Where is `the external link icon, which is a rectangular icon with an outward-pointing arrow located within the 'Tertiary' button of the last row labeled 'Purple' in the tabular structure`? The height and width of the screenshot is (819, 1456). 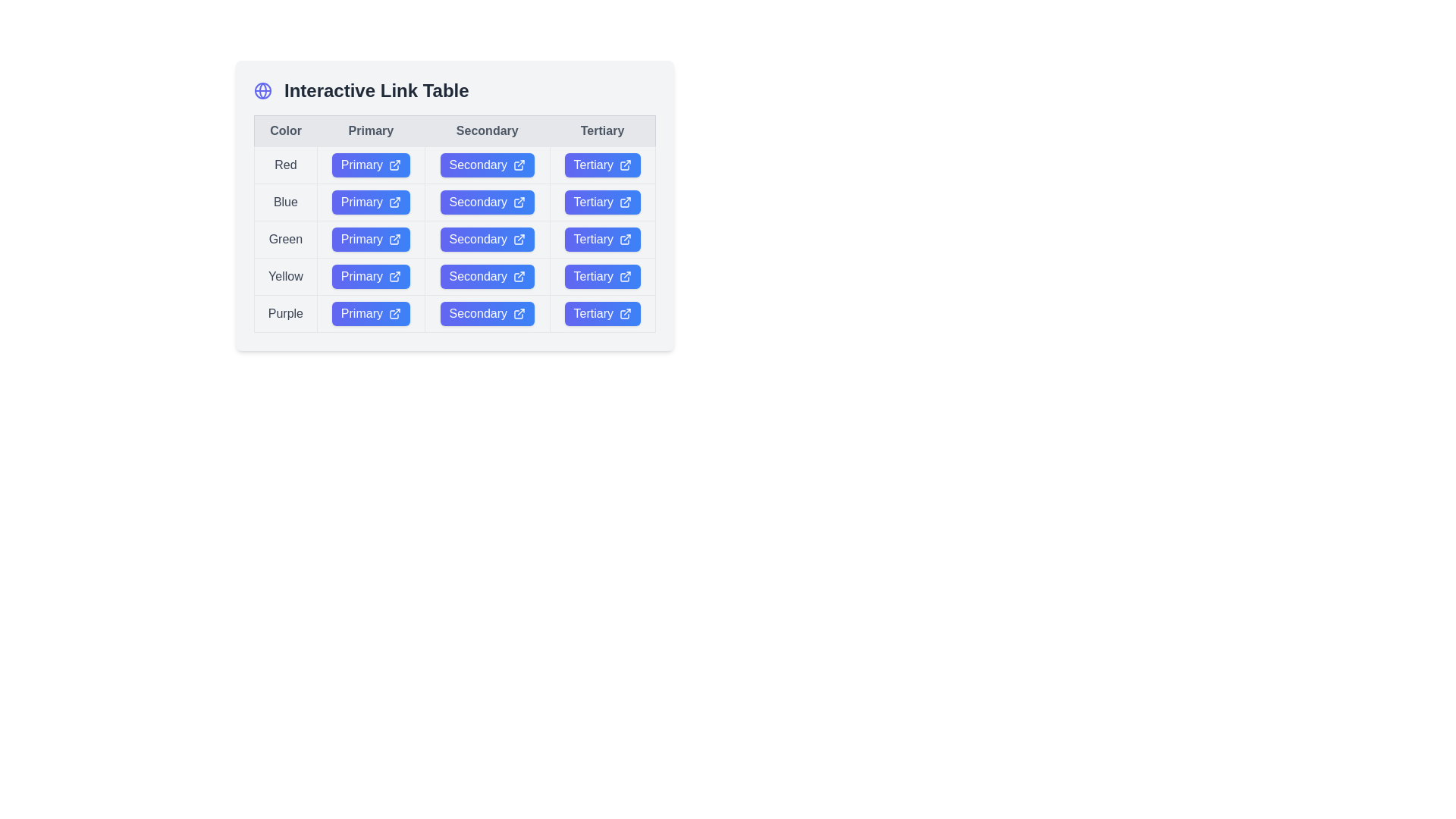 the external link icon, which is a rectangular icon with an outward-pointing arrow located within the 'Tertiary' button of the last row labeled 'Purple' in the tabular structure is located at coordinates (625, 278).